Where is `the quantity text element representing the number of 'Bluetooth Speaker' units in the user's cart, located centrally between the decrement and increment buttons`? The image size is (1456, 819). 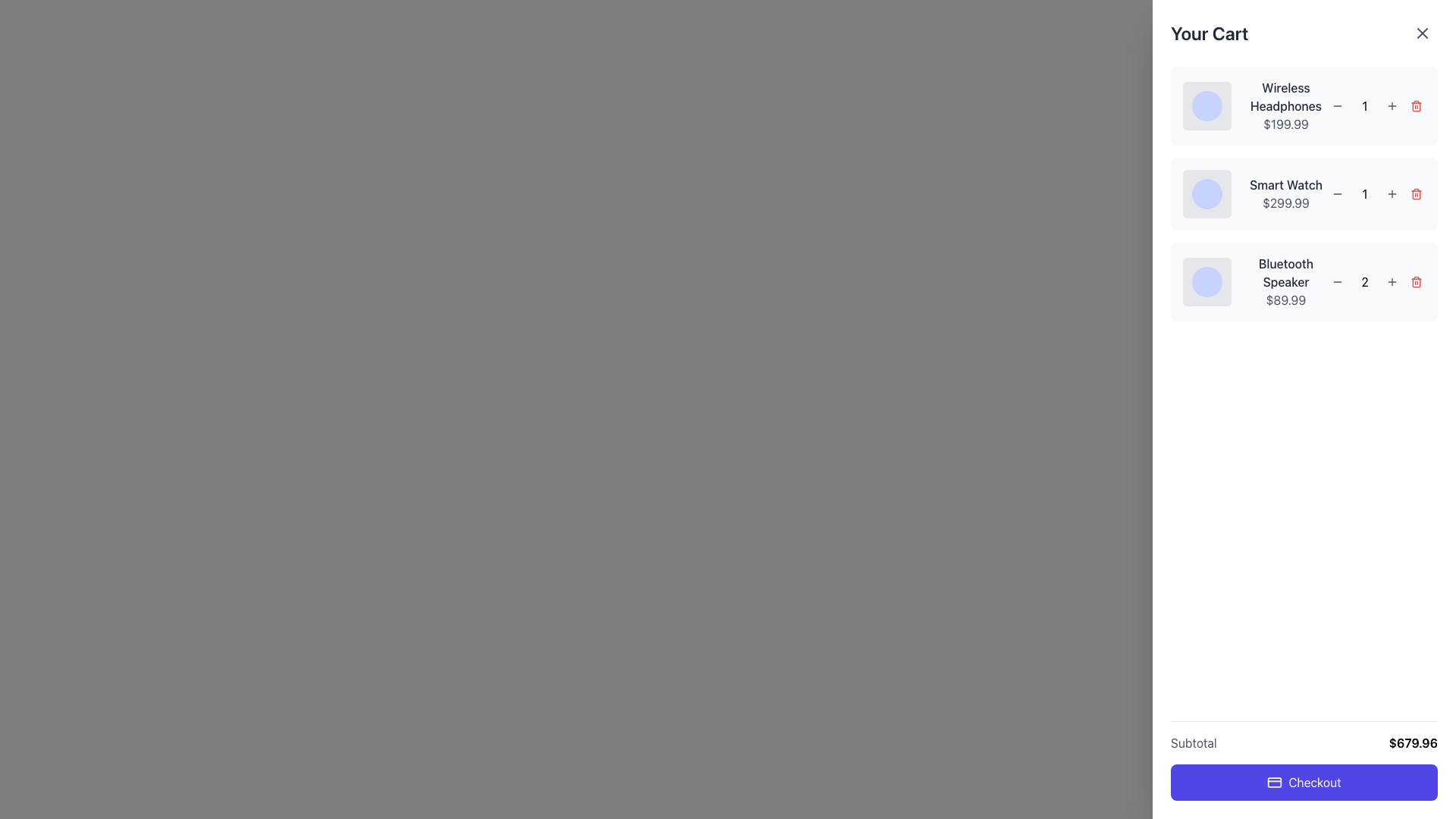 the quantity text element representing the number of 'Bluetooth Speaker' units in the user's cart, located centrally between the decrement and increment buttons is located at coordinates (1365, 281).